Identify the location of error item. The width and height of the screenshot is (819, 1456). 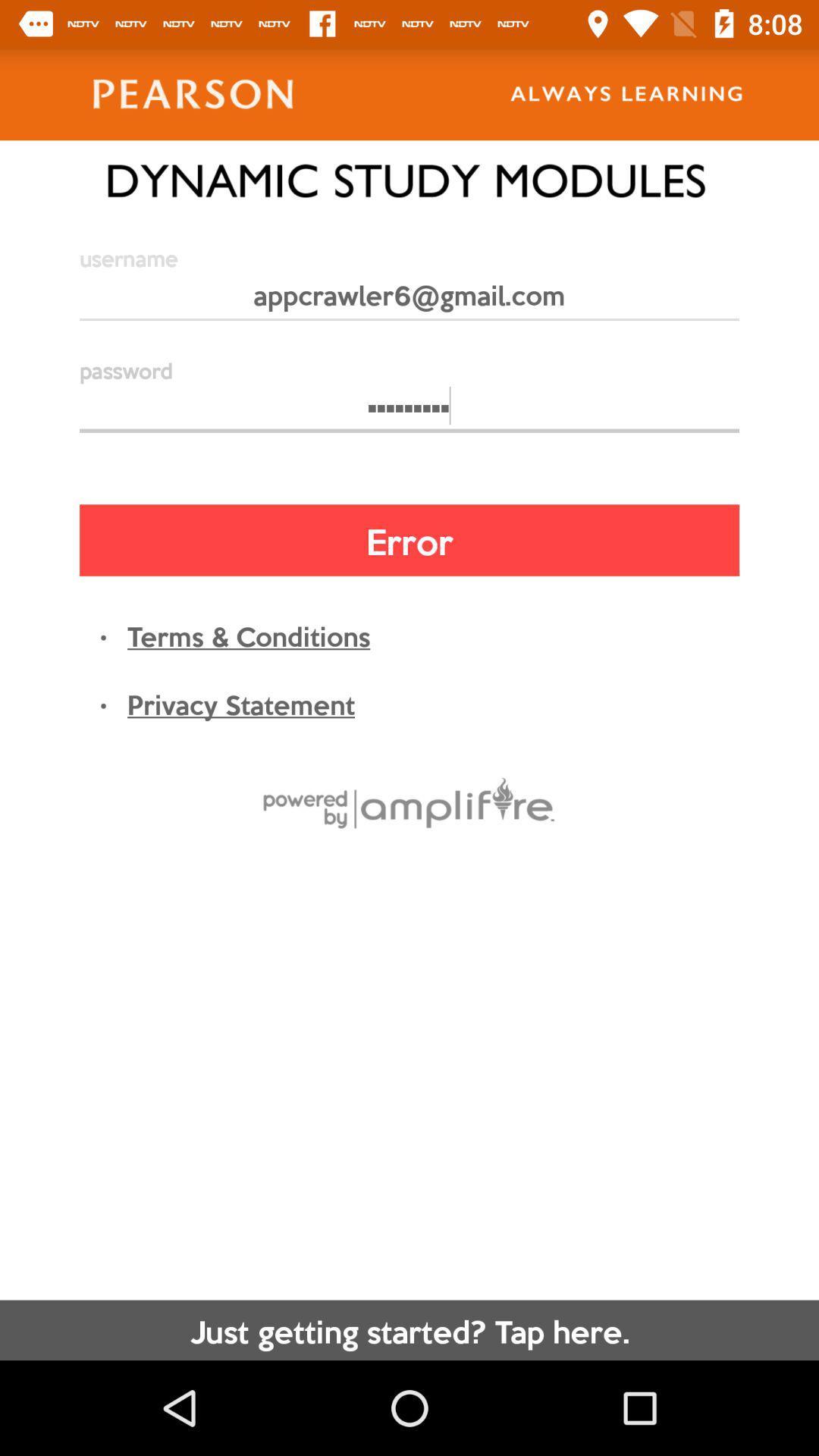
(409, 540).